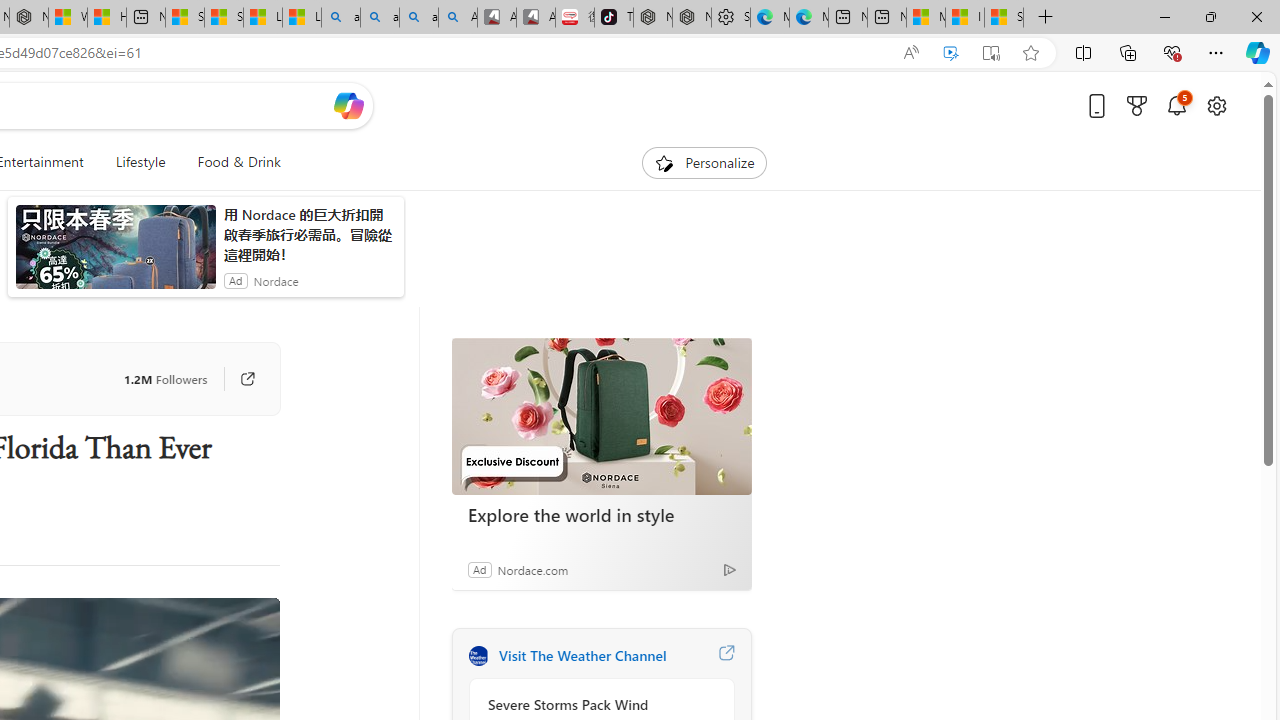  What do you see at coordinates (478, 569) in the screenshot?
I see `'Ad'` at bounding box center [478, 569].